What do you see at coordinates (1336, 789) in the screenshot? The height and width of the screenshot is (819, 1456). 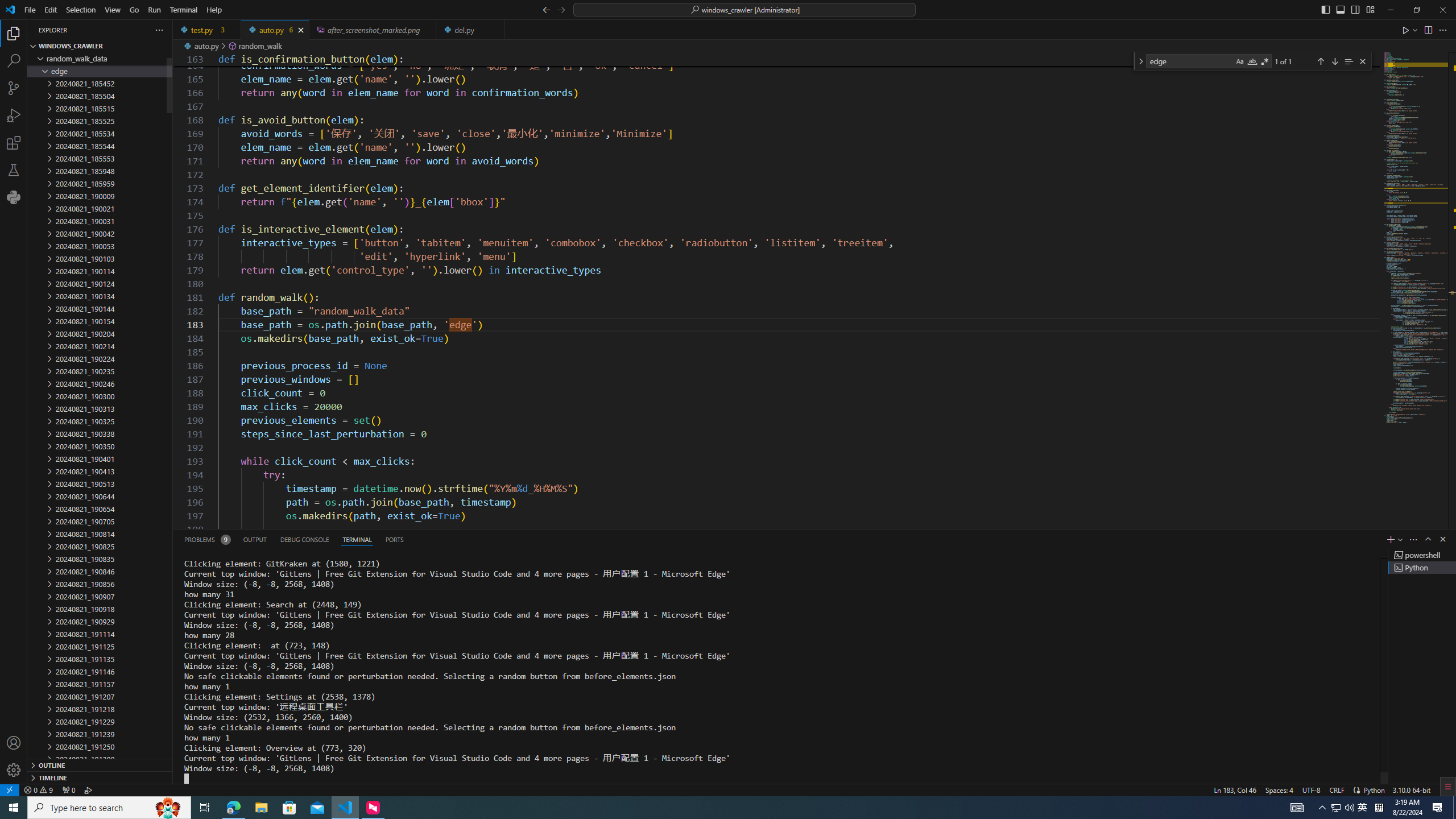 I see `'CRLF'` at bounding box center [1336, 789].